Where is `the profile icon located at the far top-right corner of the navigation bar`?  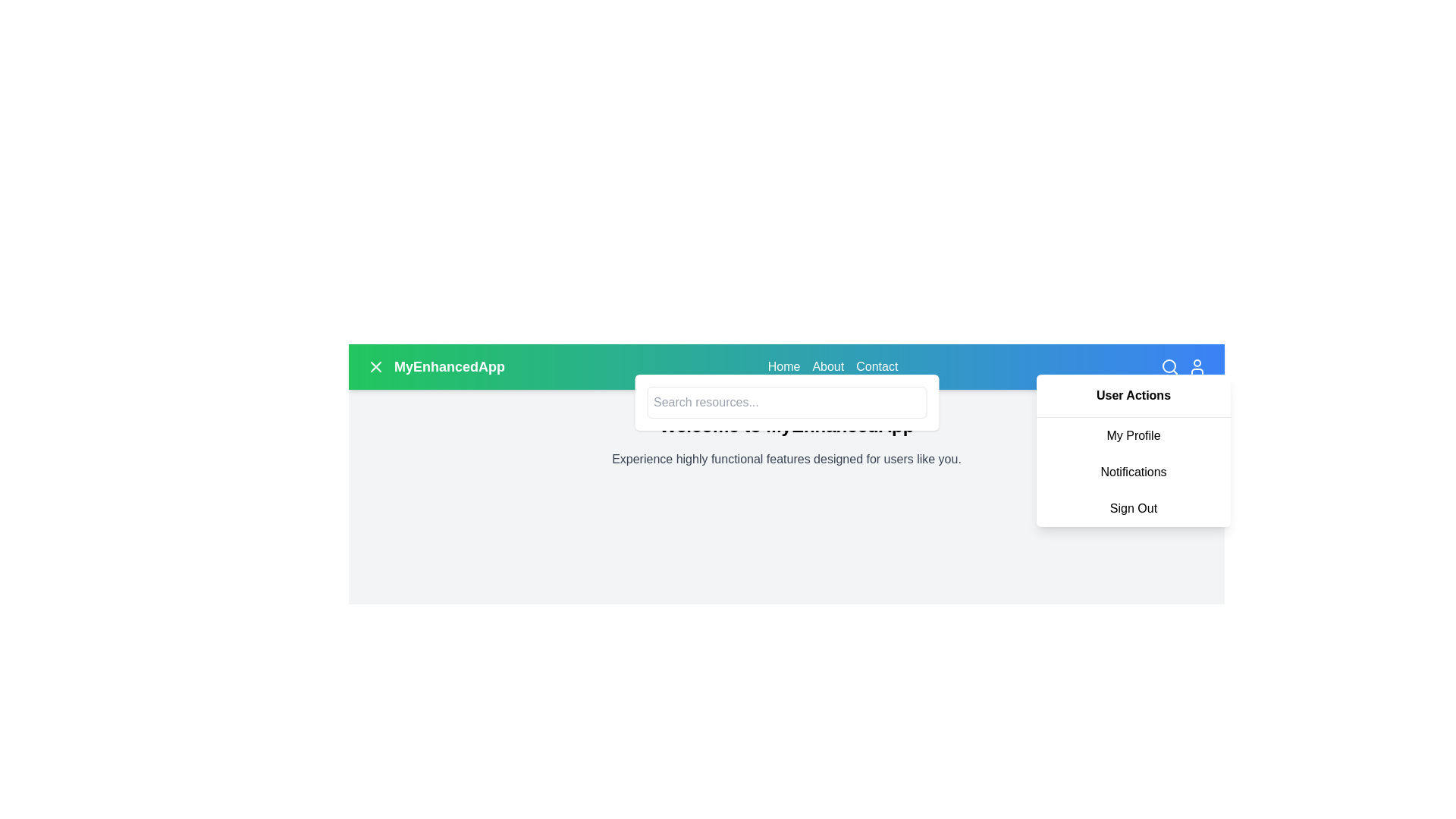
the profile icon located at the far top-right corner of the navigation bar is located at coordinates (1182, 366).